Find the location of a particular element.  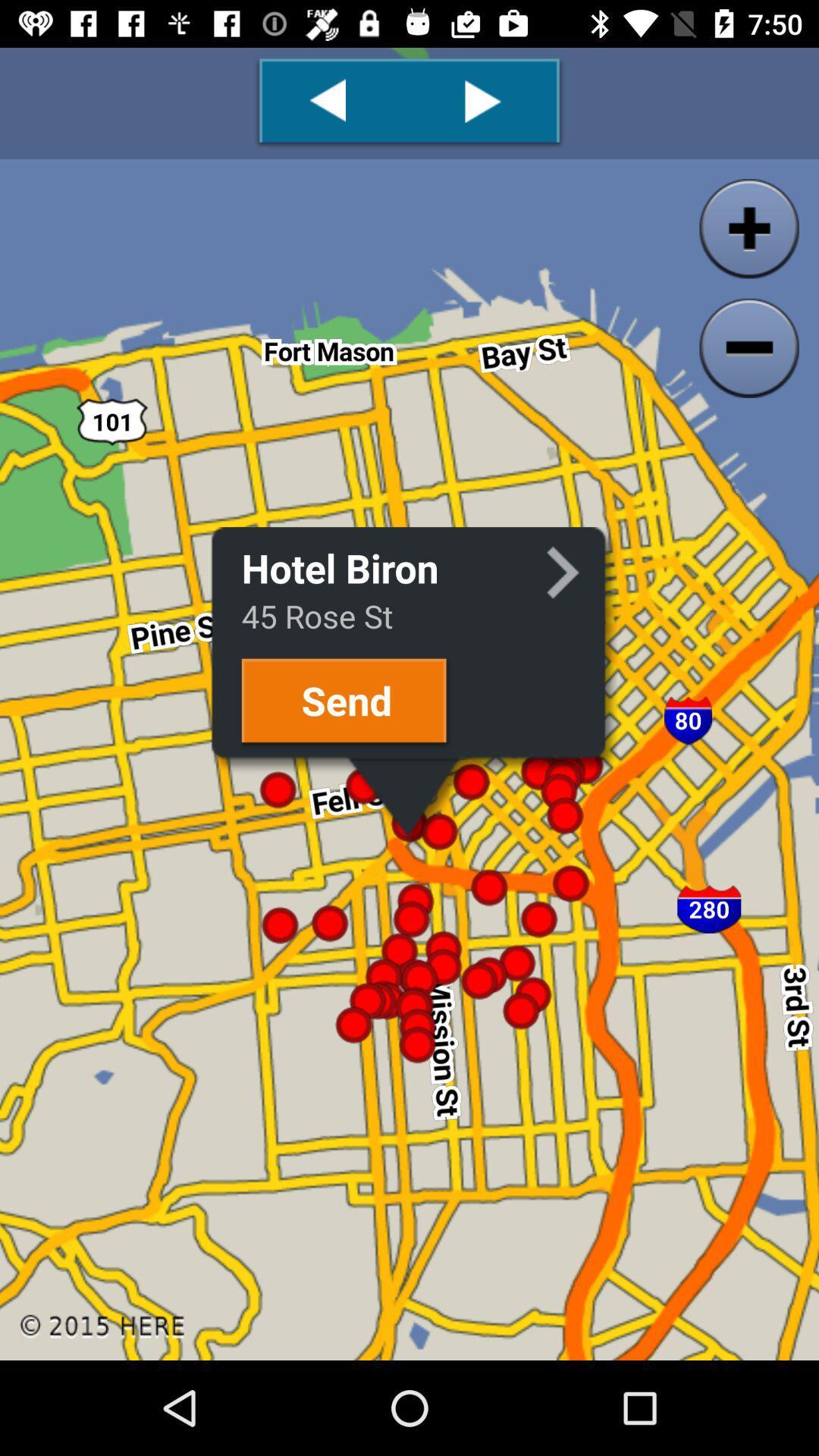

the add icon is located at coordinates (742, 199).